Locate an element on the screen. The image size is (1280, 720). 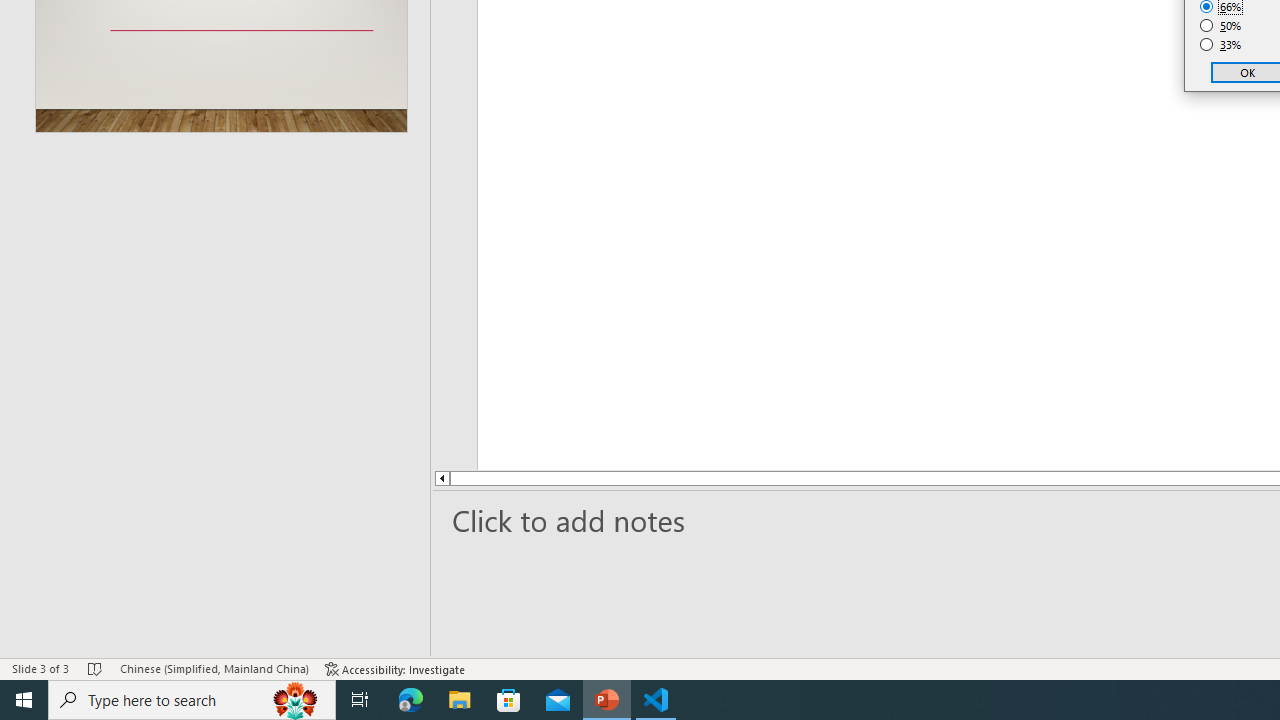
'50%' is located at coordinates (1220, 25).